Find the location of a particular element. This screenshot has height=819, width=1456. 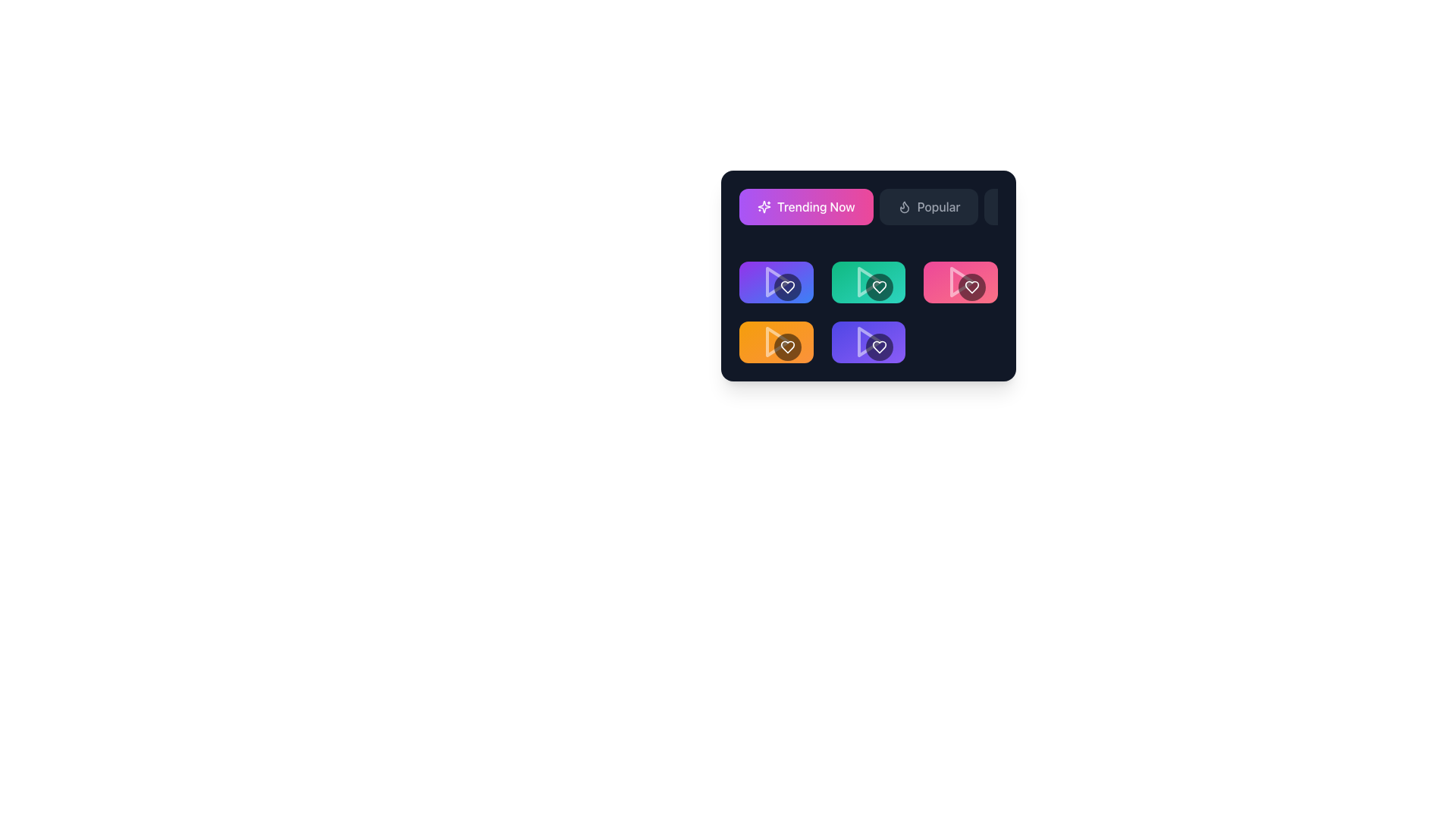

the text label 'Popular' within the button that has a dark gray background and a flame icon is located at coordinates (938, 207).